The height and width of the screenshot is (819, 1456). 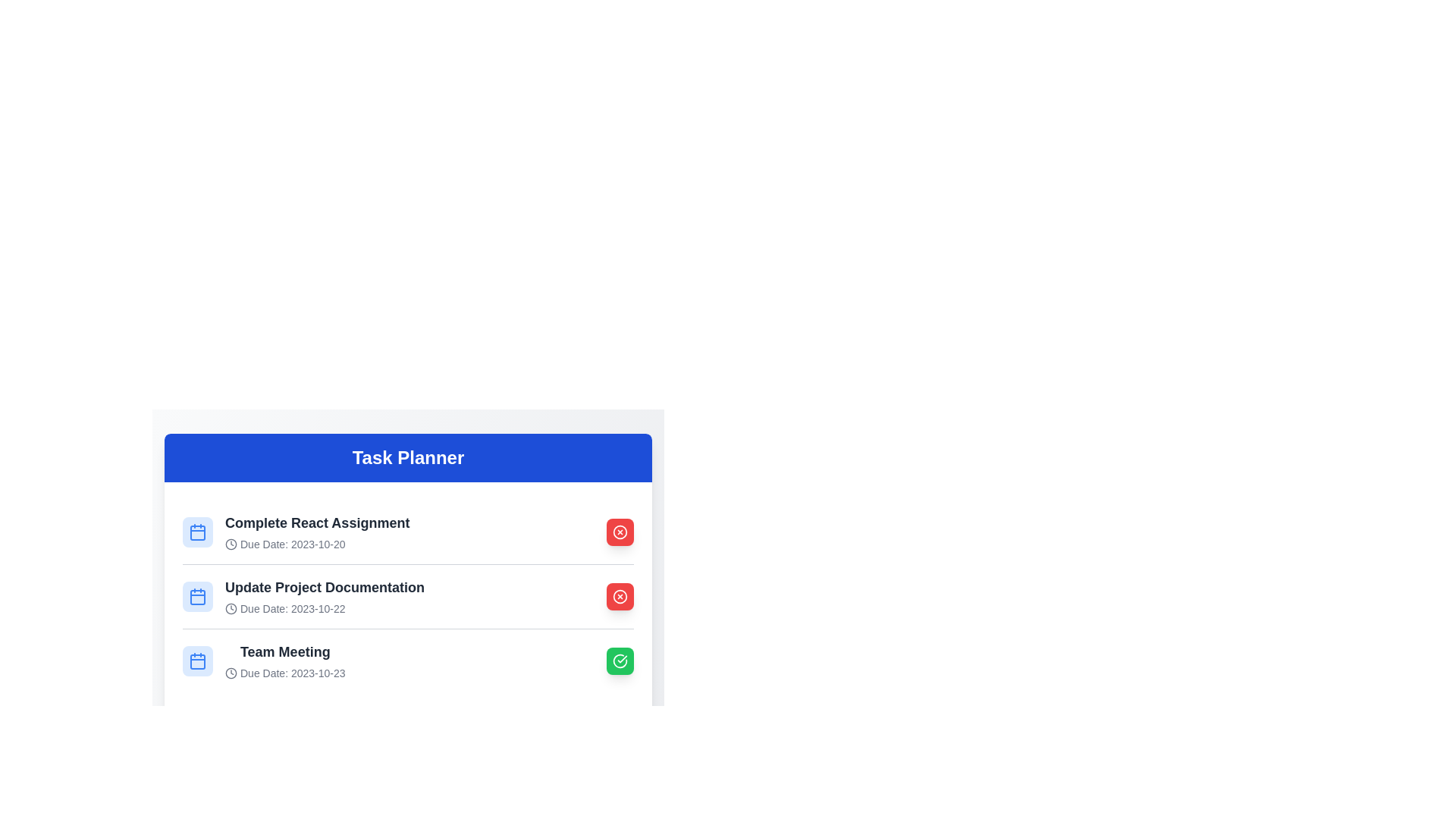 What do you see at coordinates (620, 660) in the screenshot?
I see `the circular green icon with a checkmark symbol in the 'Task Planner' section` at bounding box center [620, 660].